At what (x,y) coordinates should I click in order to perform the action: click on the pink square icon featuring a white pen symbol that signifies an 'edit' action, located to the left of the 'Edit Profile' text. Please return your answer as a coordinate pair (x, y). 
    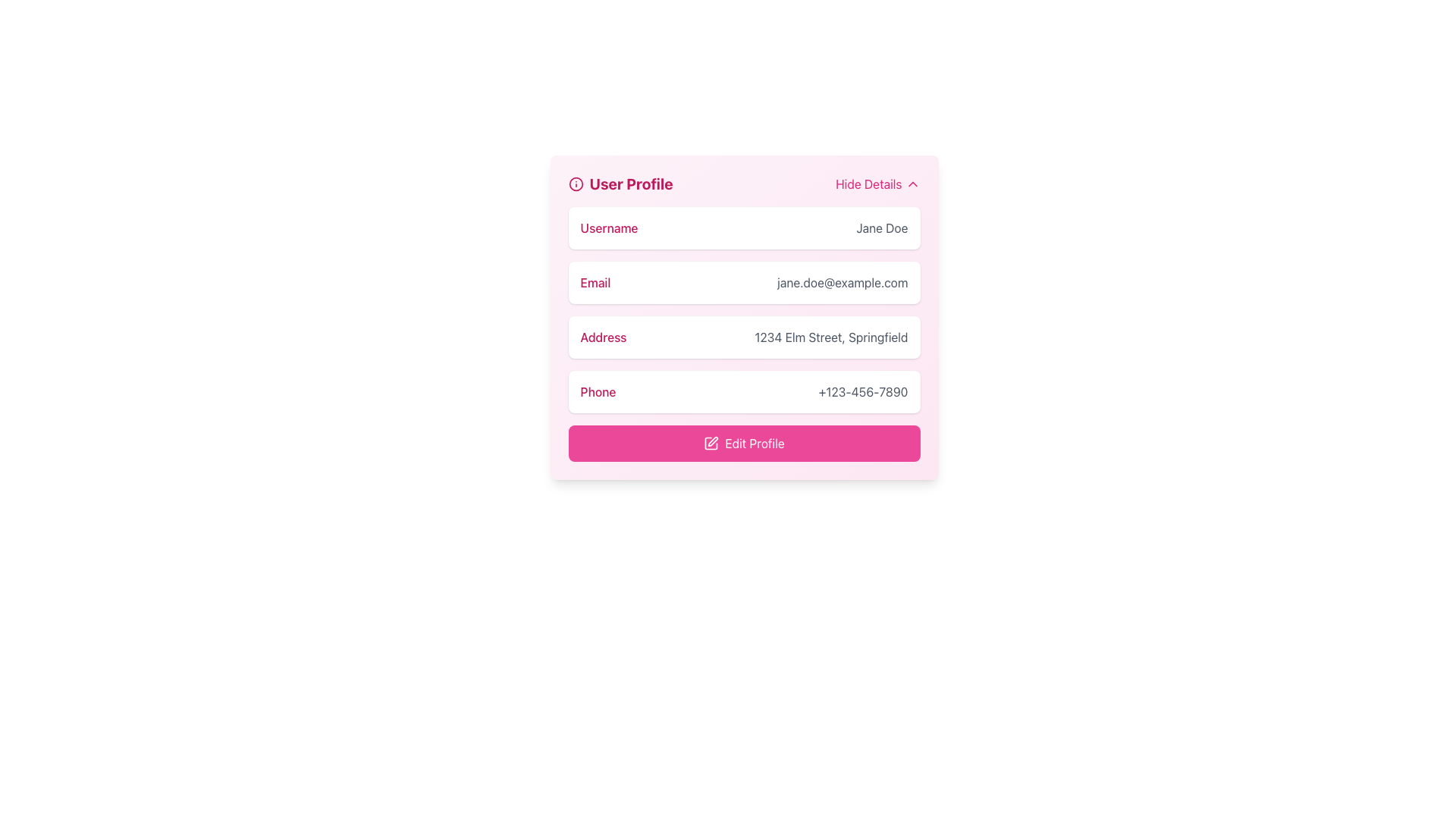
    Looking at the image, I should click on (711, 444).